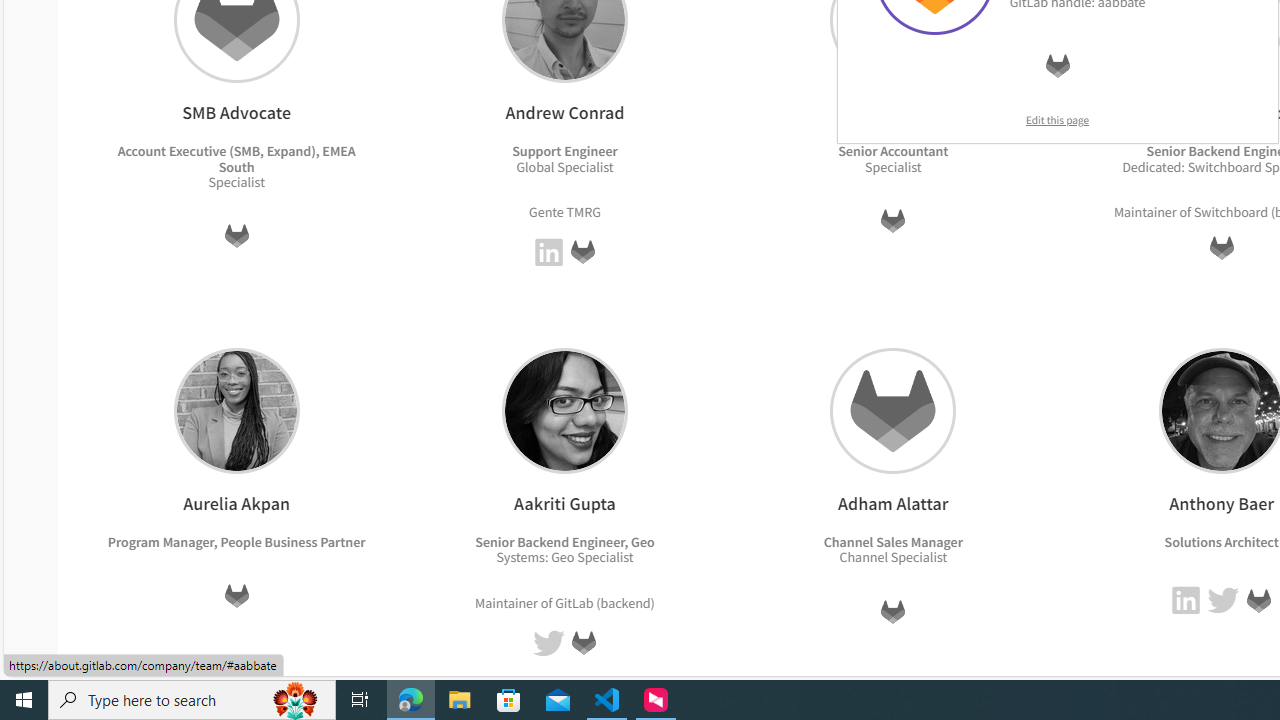 This screenshot has width=1280, height=720. Describe the element at coordinates (891, 541) in the screenshot. I see `'Channel Sales Manager'` at that location.